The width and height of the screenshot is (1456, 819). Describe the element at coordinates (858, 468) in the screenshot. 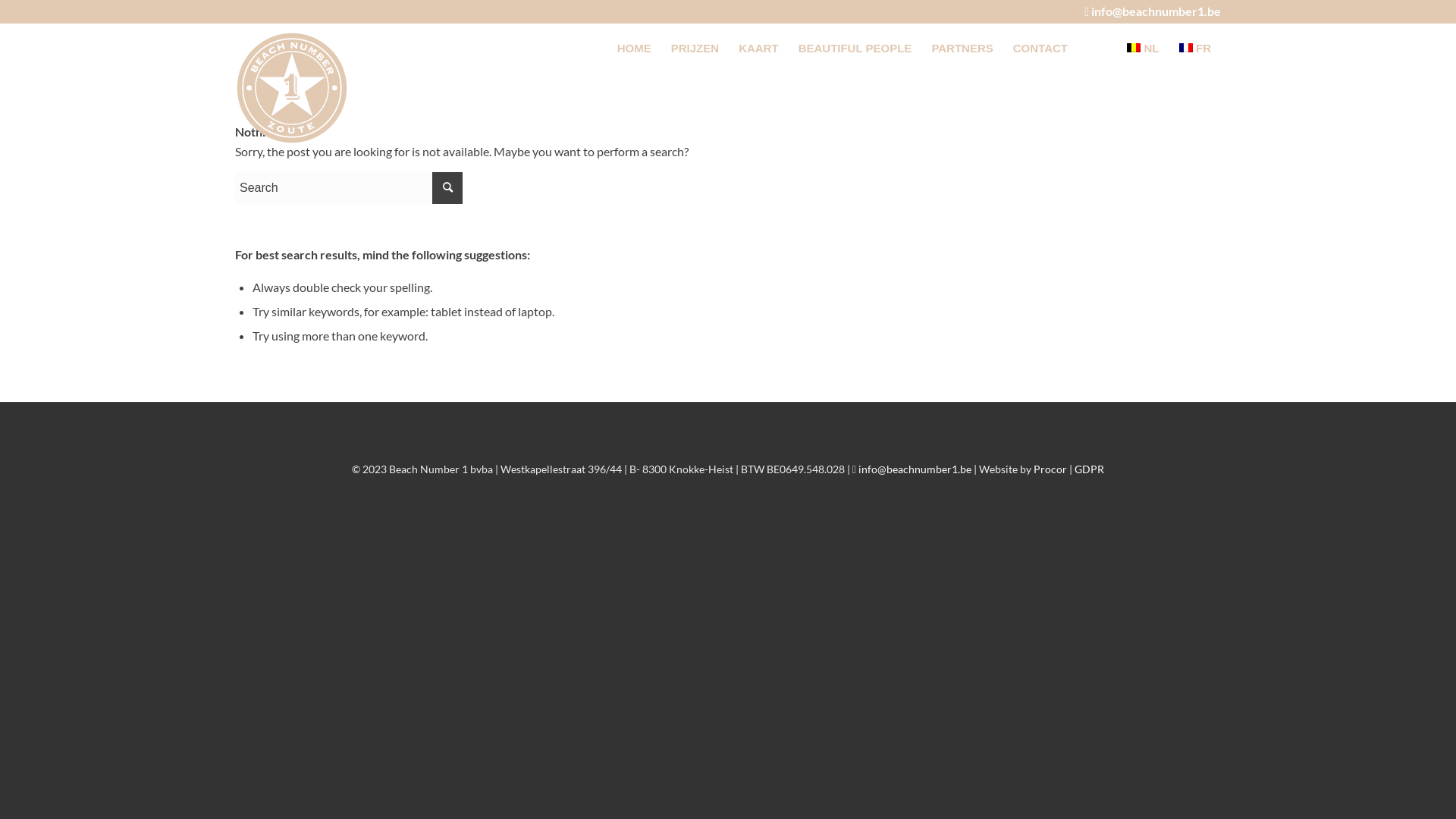

I see `'info@beachnumber1.be'` at that location.